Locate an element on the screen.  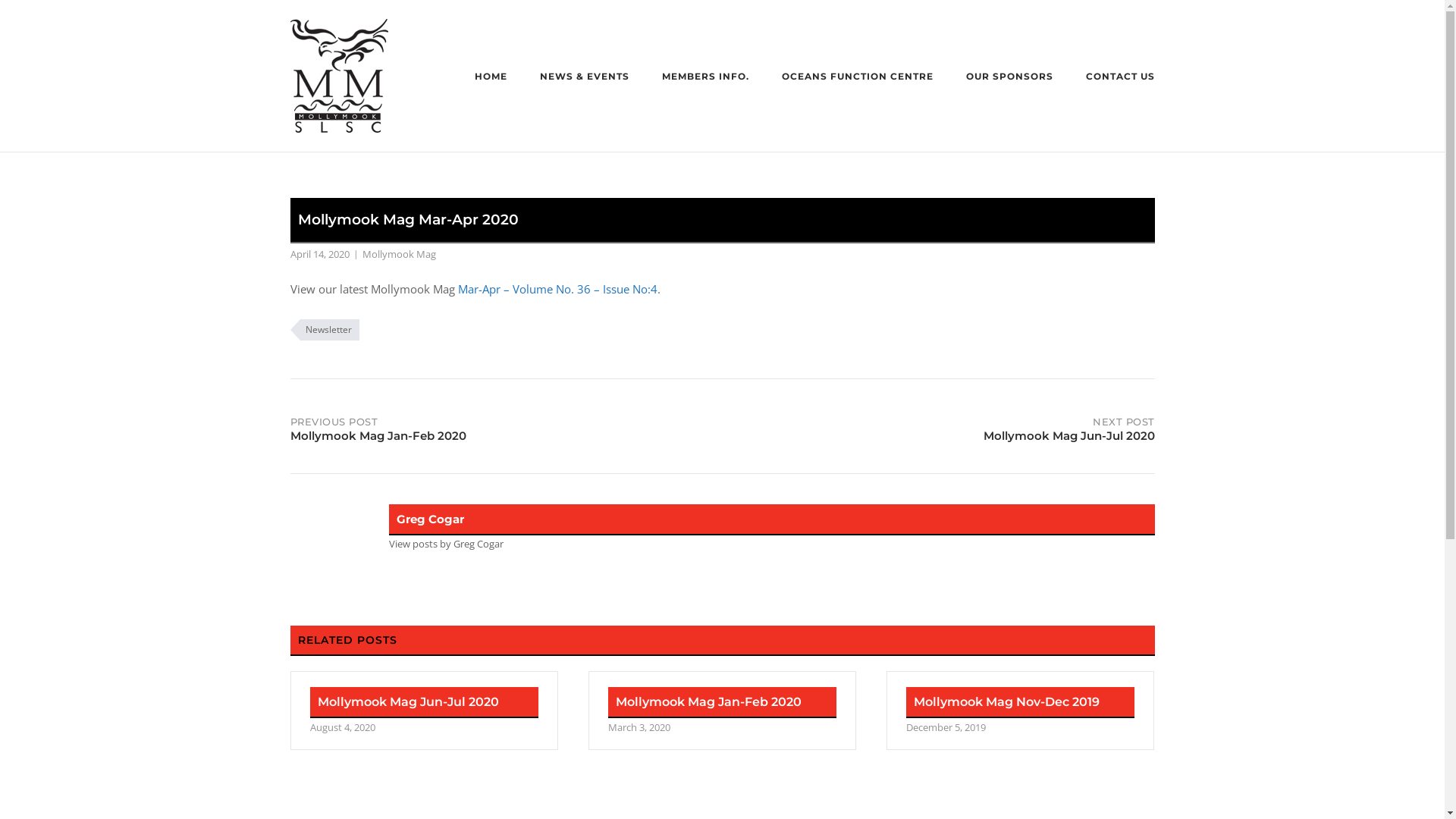
'OCEANS FUNCTION CENTRE' is located at coordinates (856, 78).